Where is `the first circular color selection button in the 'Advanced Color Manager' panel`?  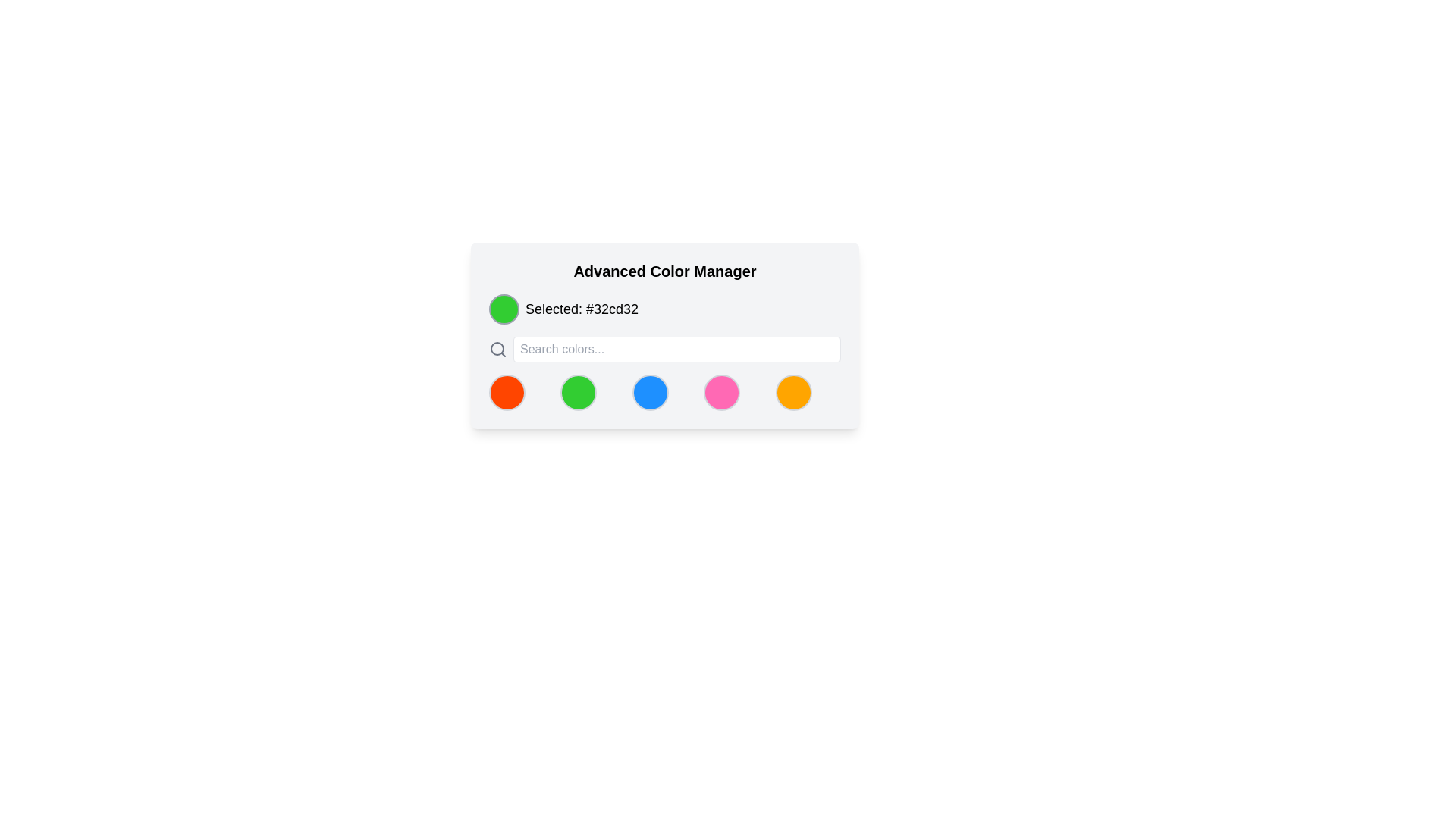
the first circular color selection button in the 'Advanced Color Manager' panel is located at coordinates (507, 391).